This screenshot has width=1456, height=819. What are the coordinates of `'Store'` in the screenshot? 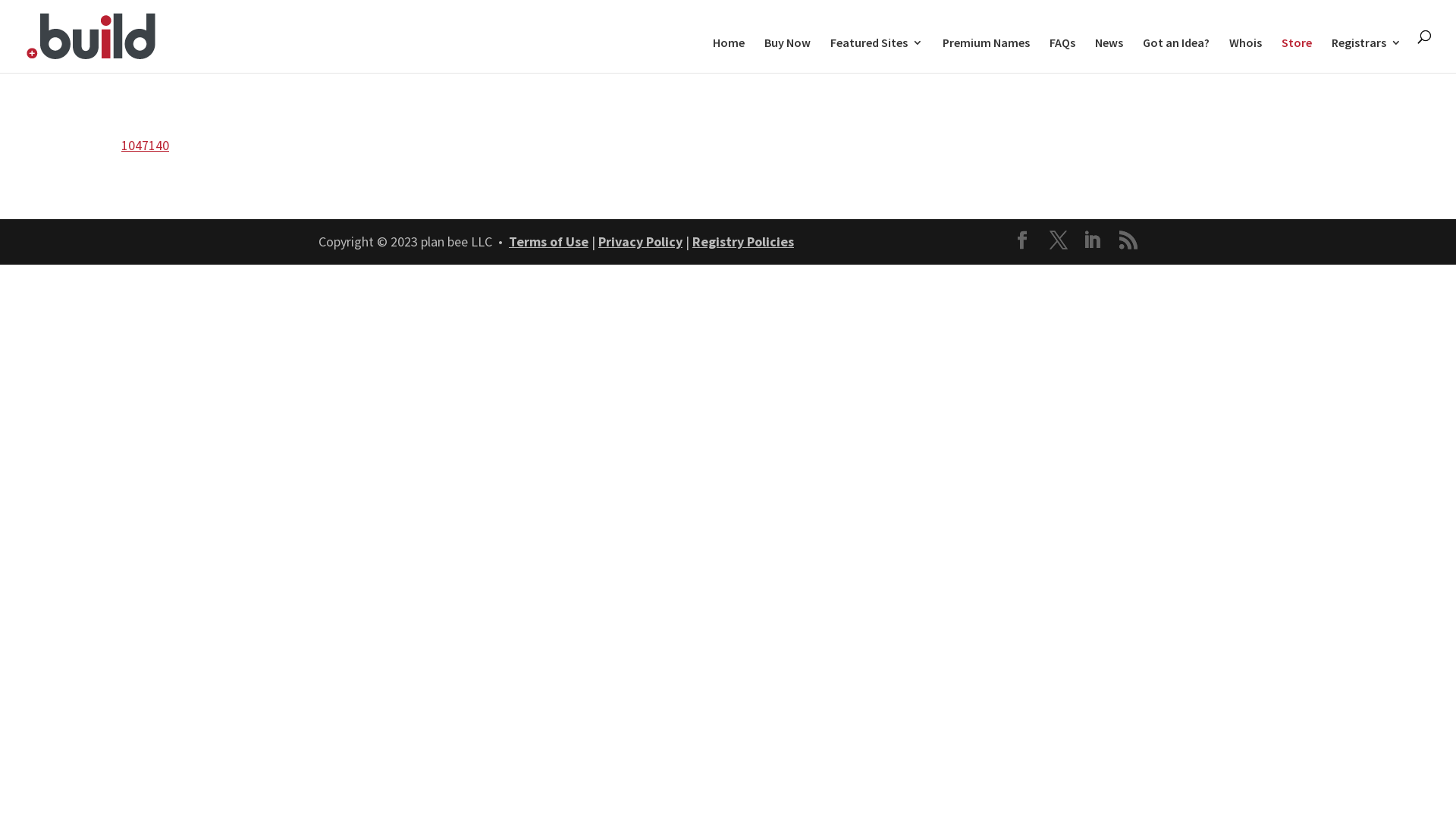 It's located at (1295, 54).